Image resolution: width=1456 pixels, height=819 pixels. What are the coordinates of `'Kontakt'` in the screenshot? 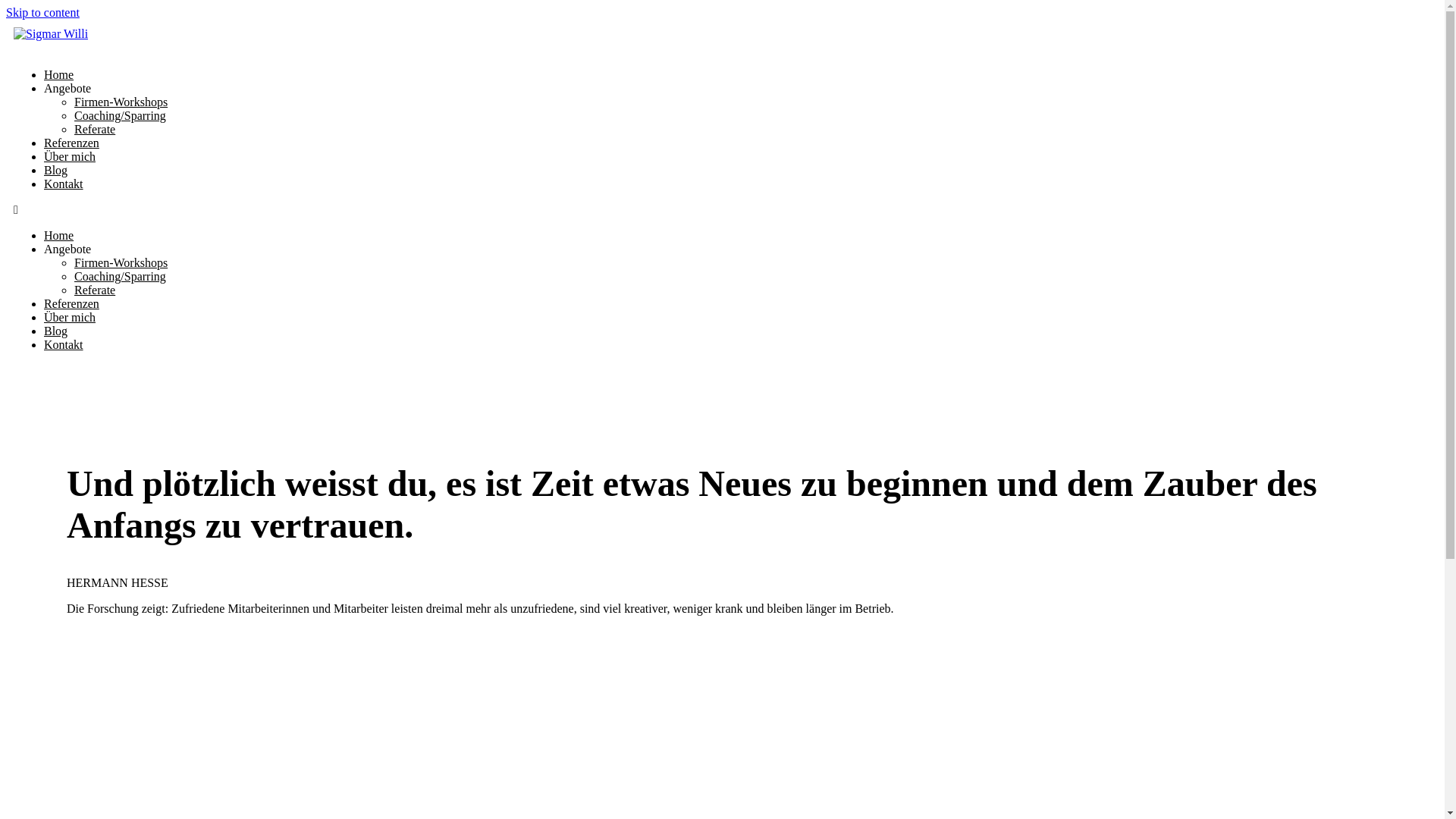 It's located at (62, 344).